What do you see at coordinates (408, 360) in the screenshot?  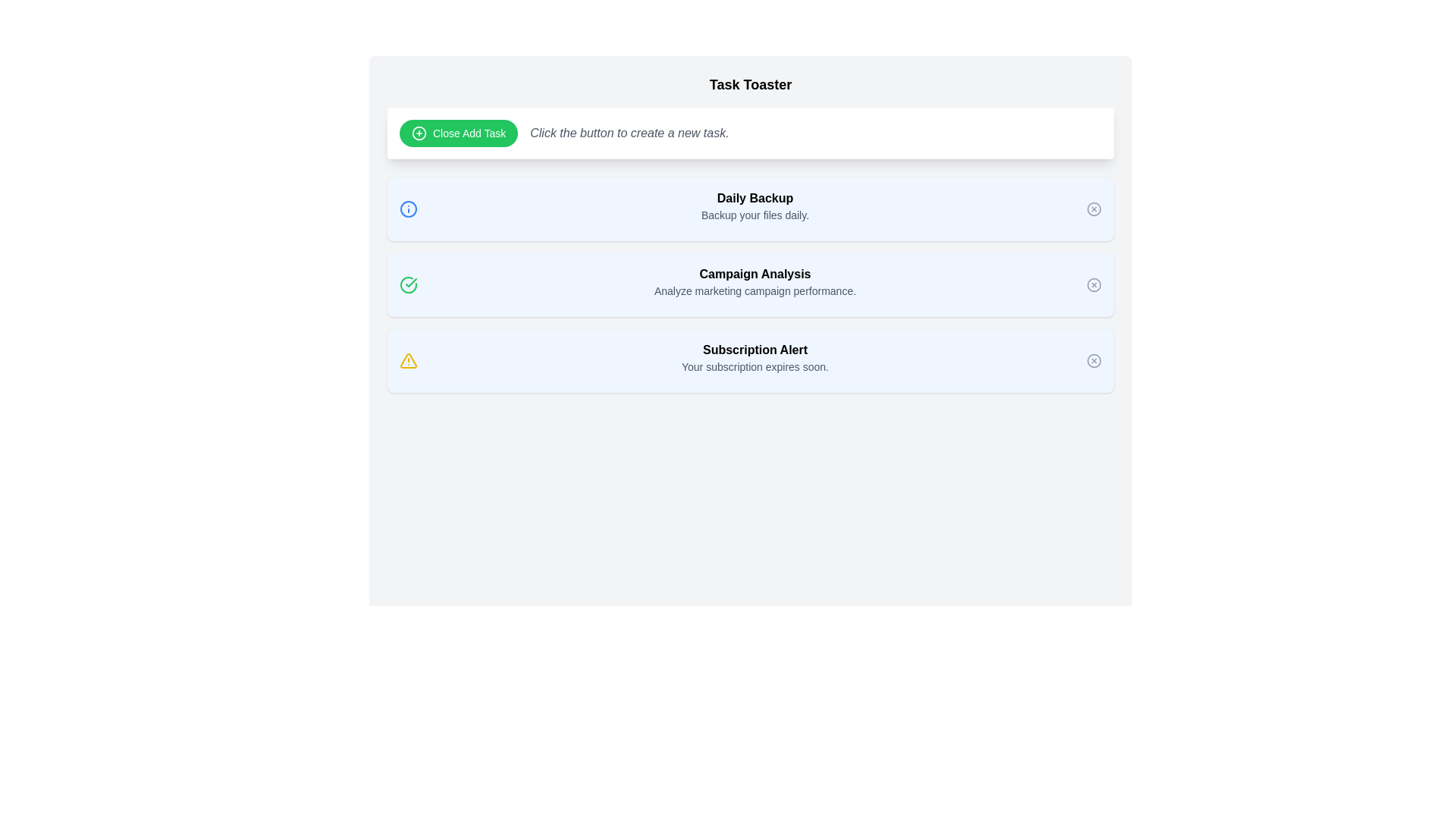 I see `the triangular icon with a yellow border and exclamation mark design, located` at bounding box center [408, 360].